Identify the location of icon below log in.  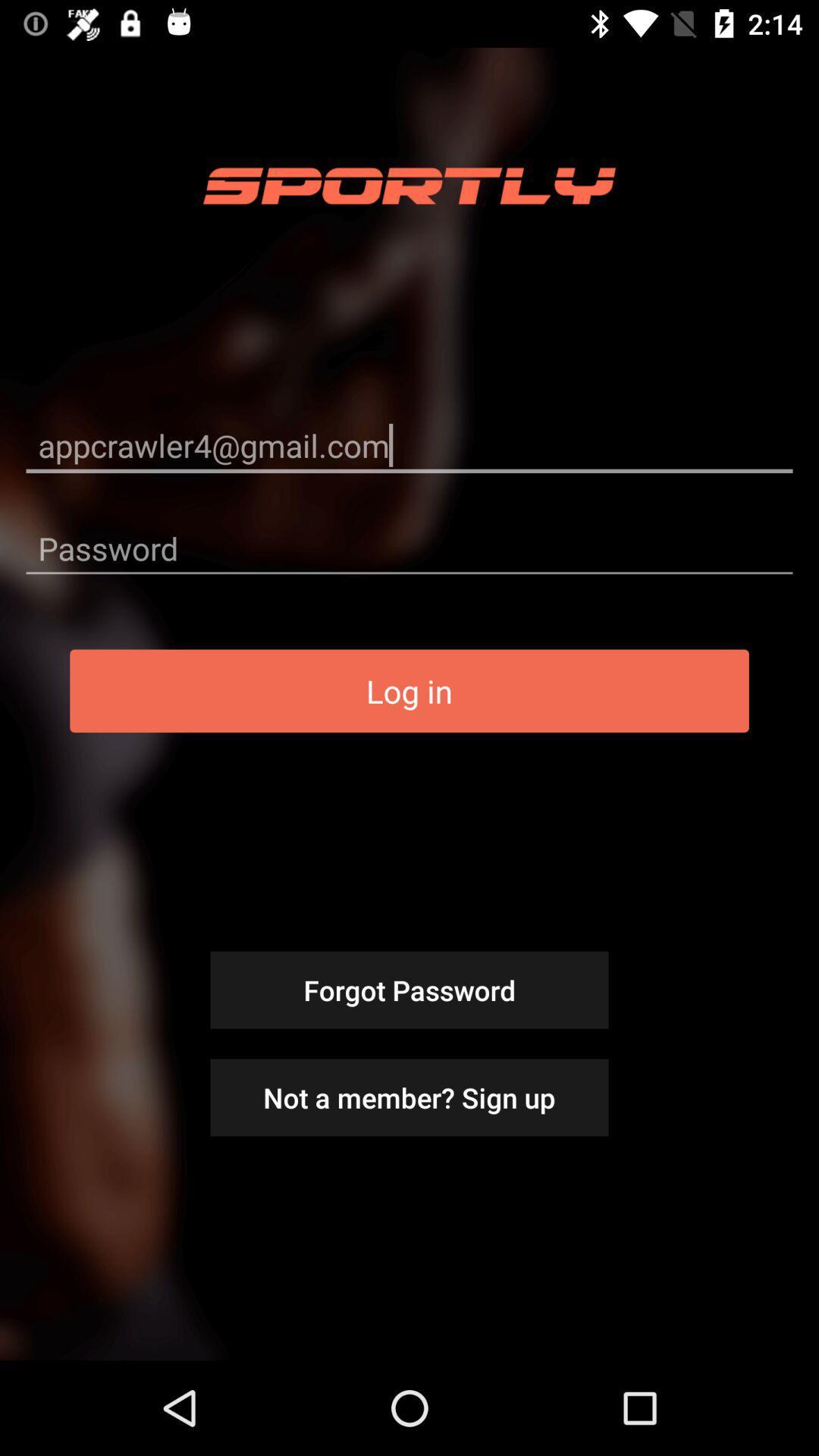
(409, 990).